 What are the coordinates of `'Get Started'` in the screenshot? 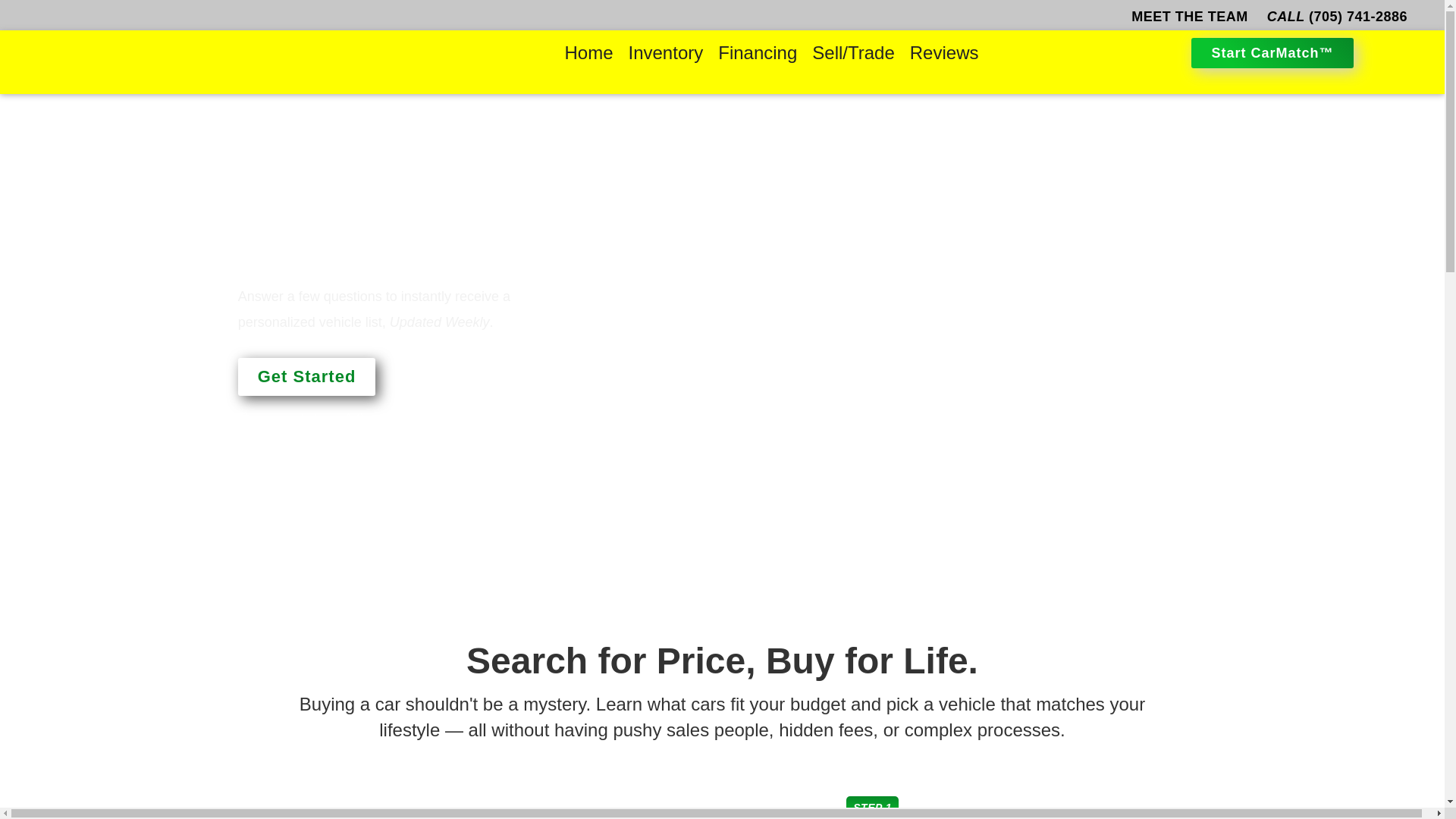 It's located at (306, 376).